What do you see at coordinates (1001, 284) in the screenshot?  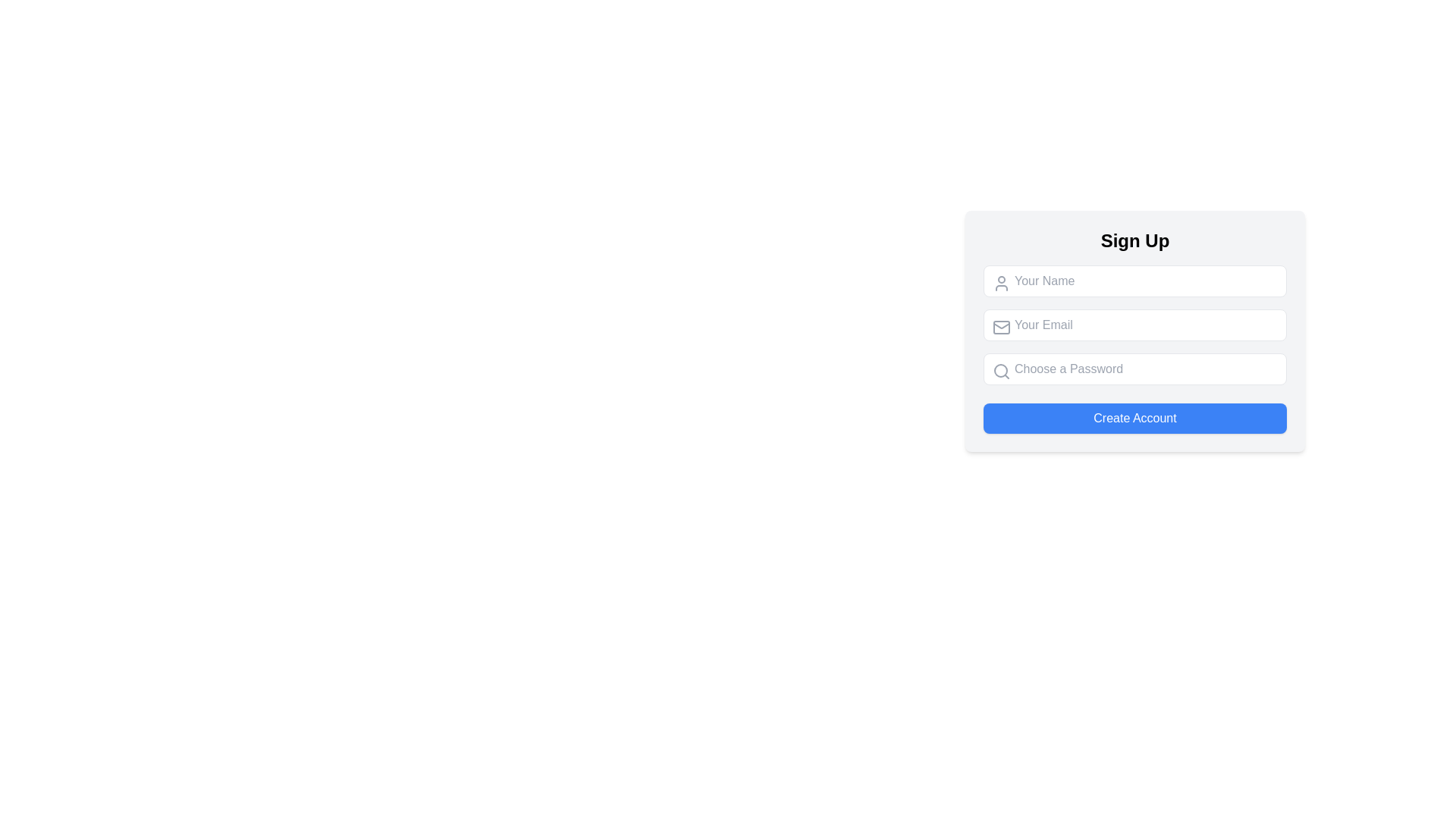 I see `the user profile SVG icon located inside the 'Your Name' input box on the first row of the sign-up form` at bounding box center [1001, 284].